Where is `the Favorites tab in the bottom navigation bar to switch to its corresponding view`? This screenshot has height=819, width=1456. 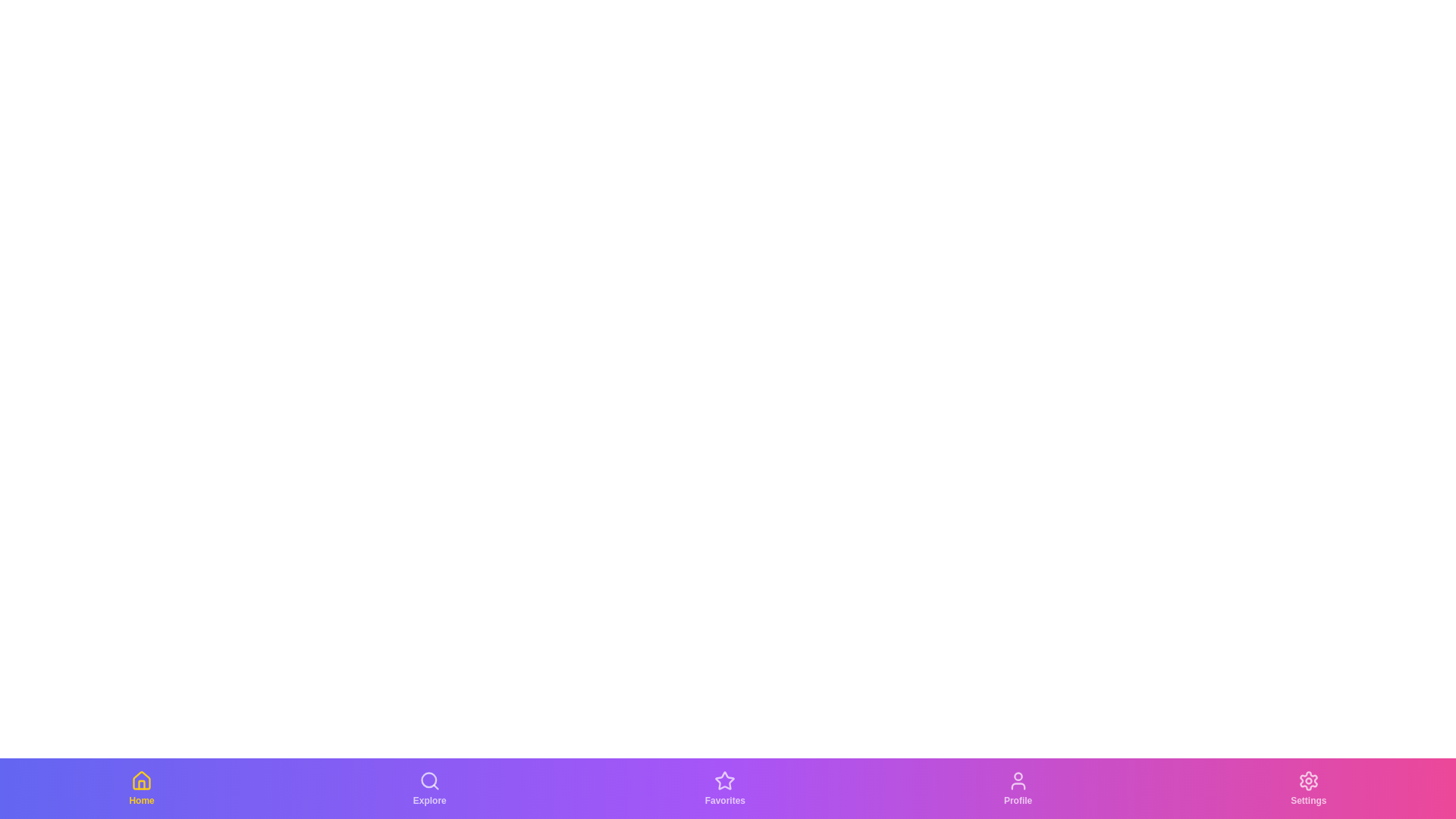 the Favorites tab in the bottom navigation bar to switch to its corresponding view is located at coordinates (724, 788).